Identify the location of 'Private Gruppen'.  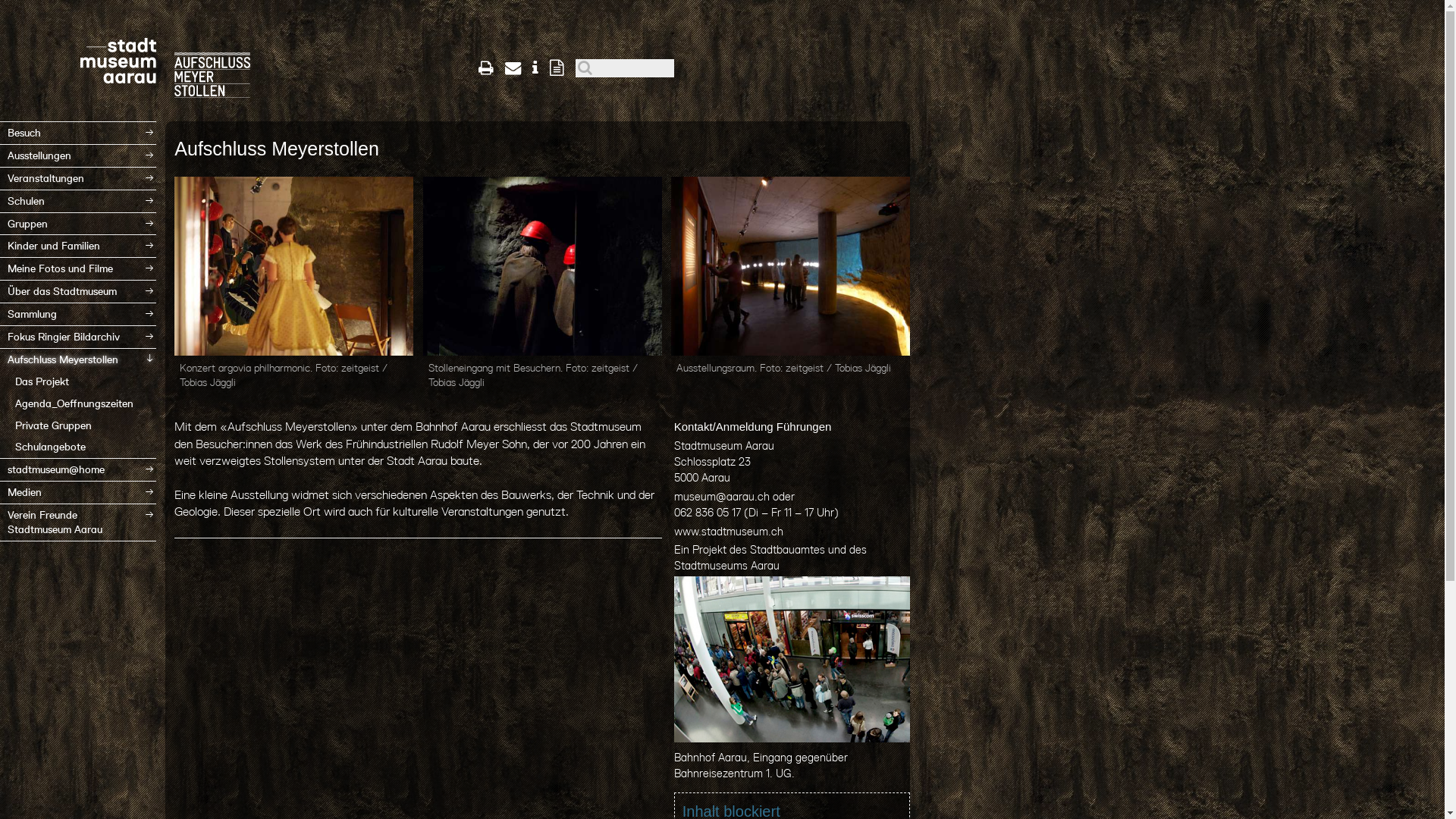
(0, 425).